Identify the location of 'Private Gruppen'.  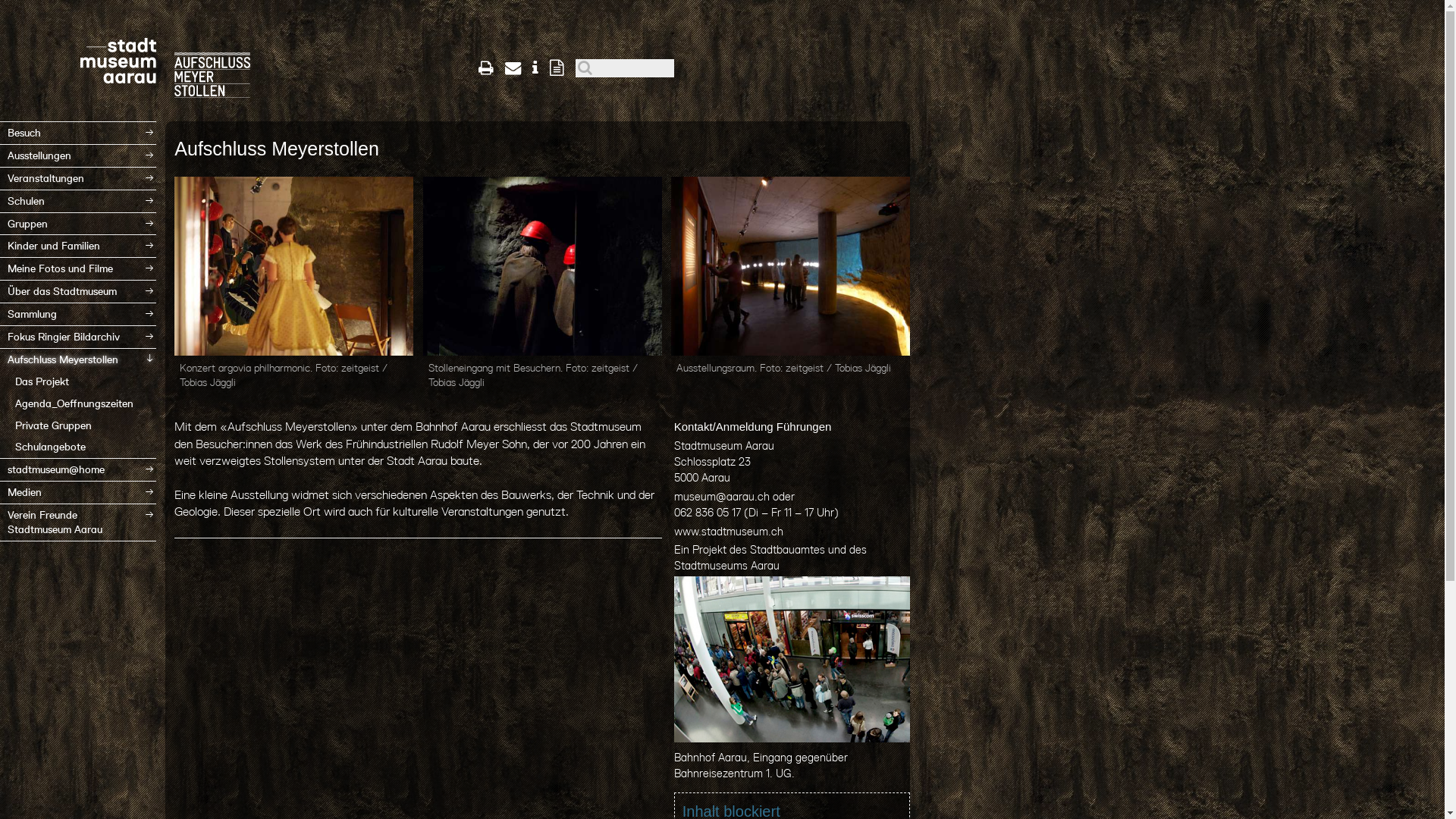
(0, 425).